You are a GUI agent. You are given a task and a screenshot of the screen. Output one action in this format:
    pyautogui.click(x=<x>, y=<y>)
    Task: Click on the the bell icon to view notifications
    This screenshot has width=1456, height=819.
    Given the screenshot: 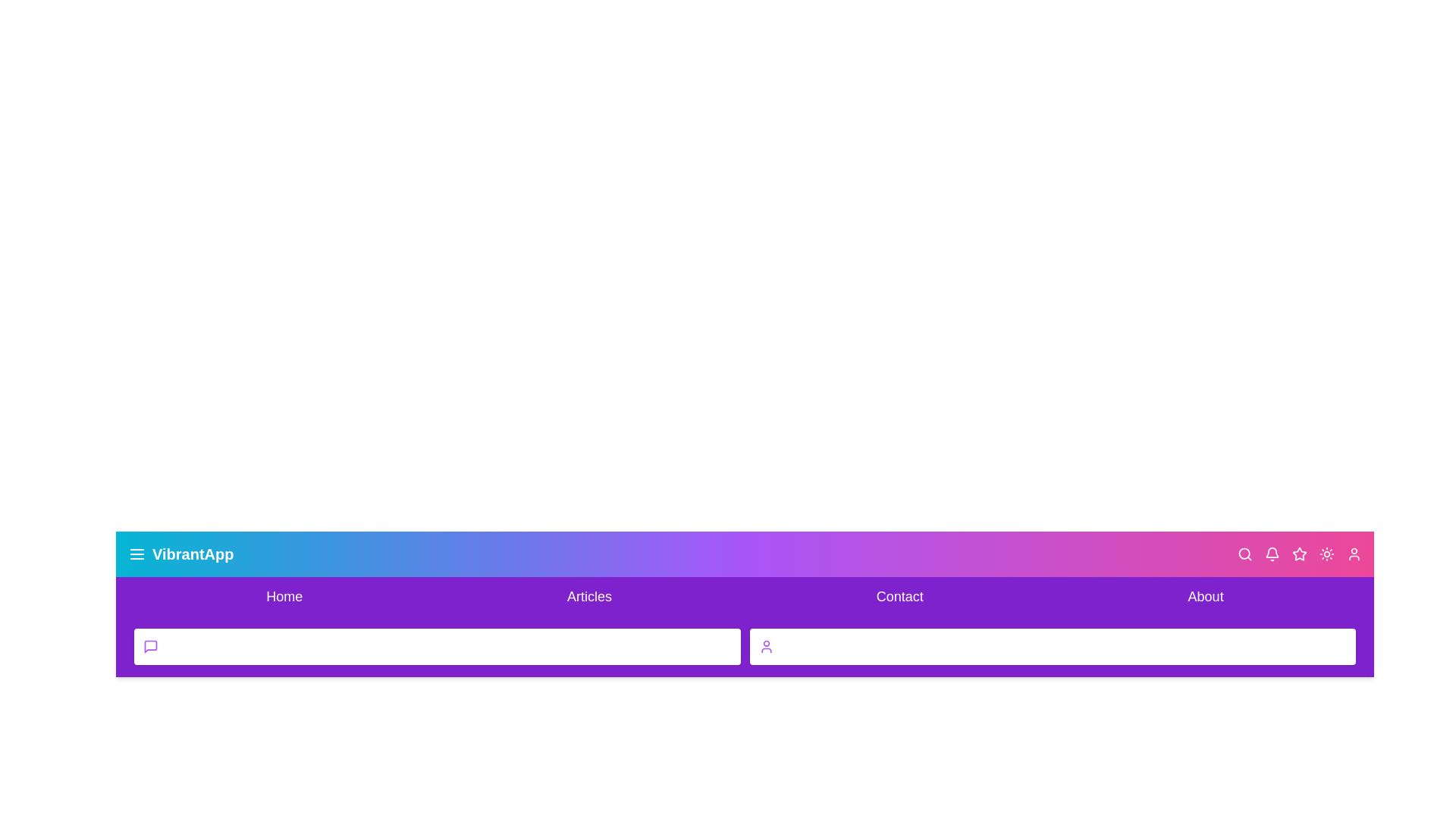 What is the action you would take?
    pyautogui.click(x=1272, y=554)
    